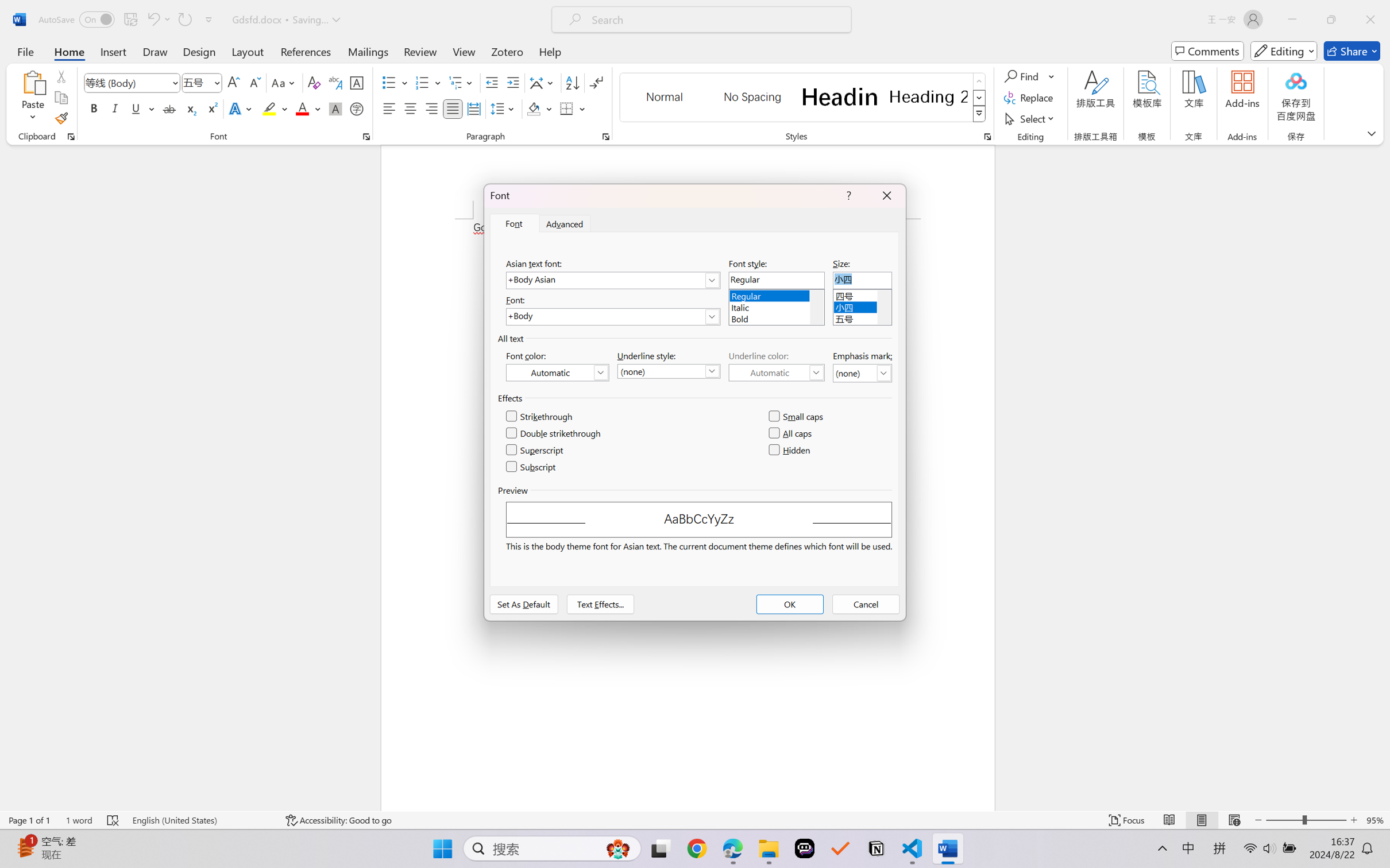  I want to click on 'Show/Hide Editing Marks', so click(596, 83).